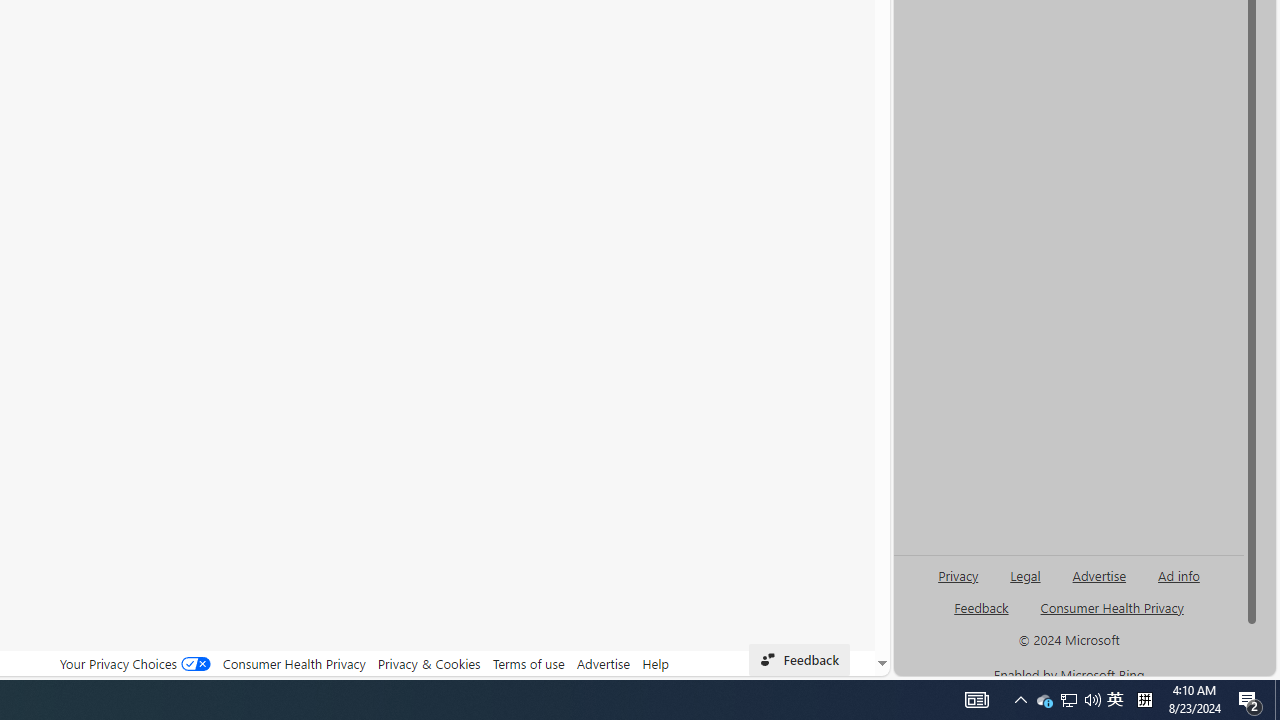 The width and height of the screenshot is (1280, 720). Describe the element at coordinates (428, 663) in the screenshot. I see `'Privacy & Cookies'` at that location.